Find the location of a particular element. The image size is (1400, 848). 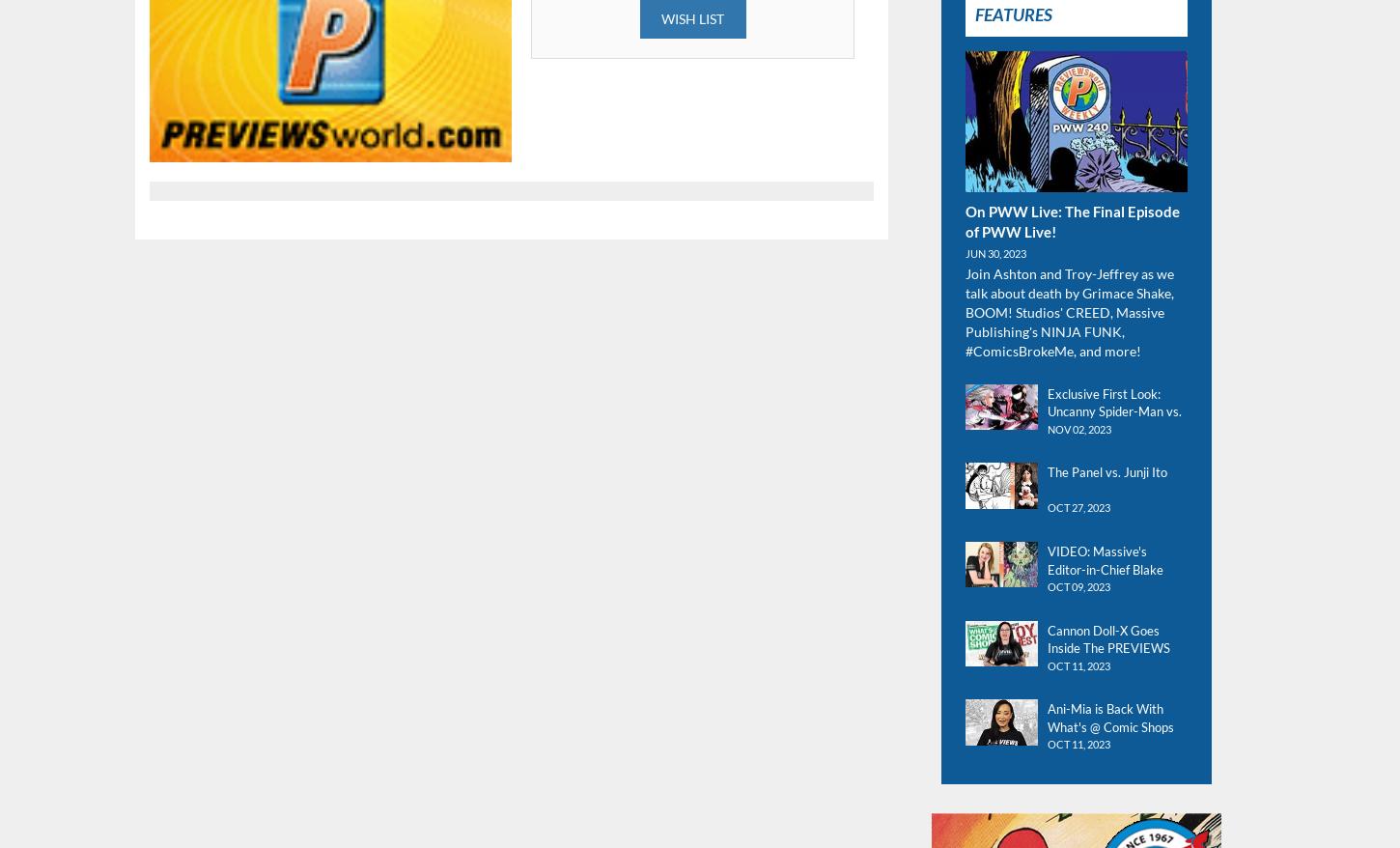

'Jun 30, 2023' is located at coordinates (966, 252).